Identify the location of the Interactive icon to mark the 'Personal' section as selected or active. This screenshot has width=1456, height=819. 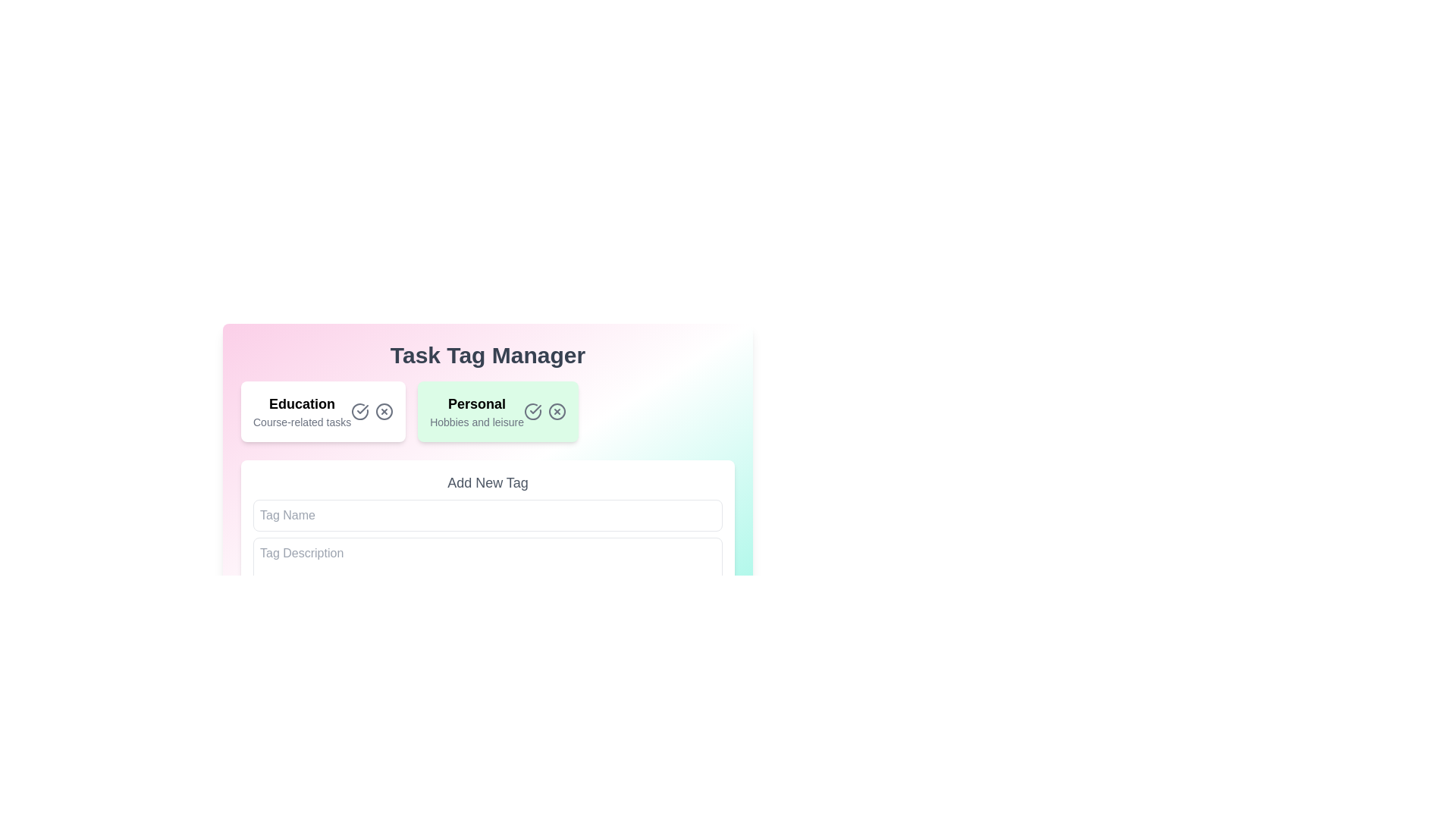
(532, 412).